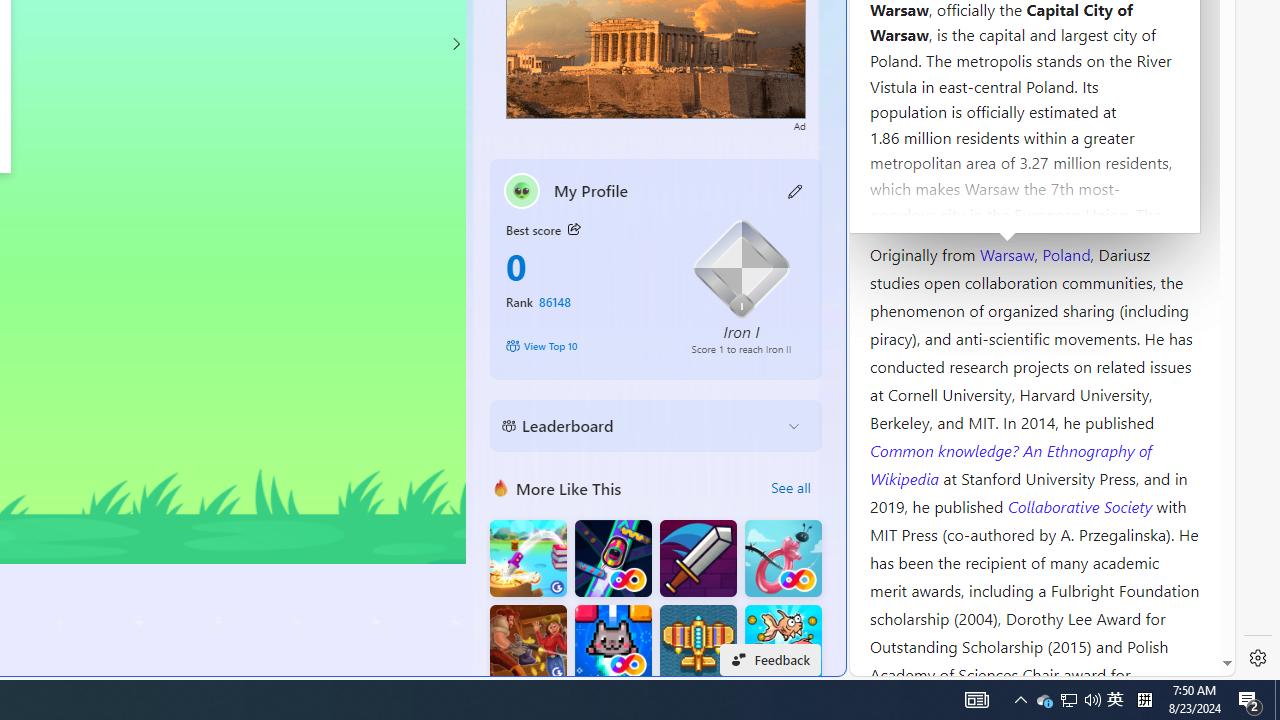  I want to click on 'Warsaw', so click(1006, 252).